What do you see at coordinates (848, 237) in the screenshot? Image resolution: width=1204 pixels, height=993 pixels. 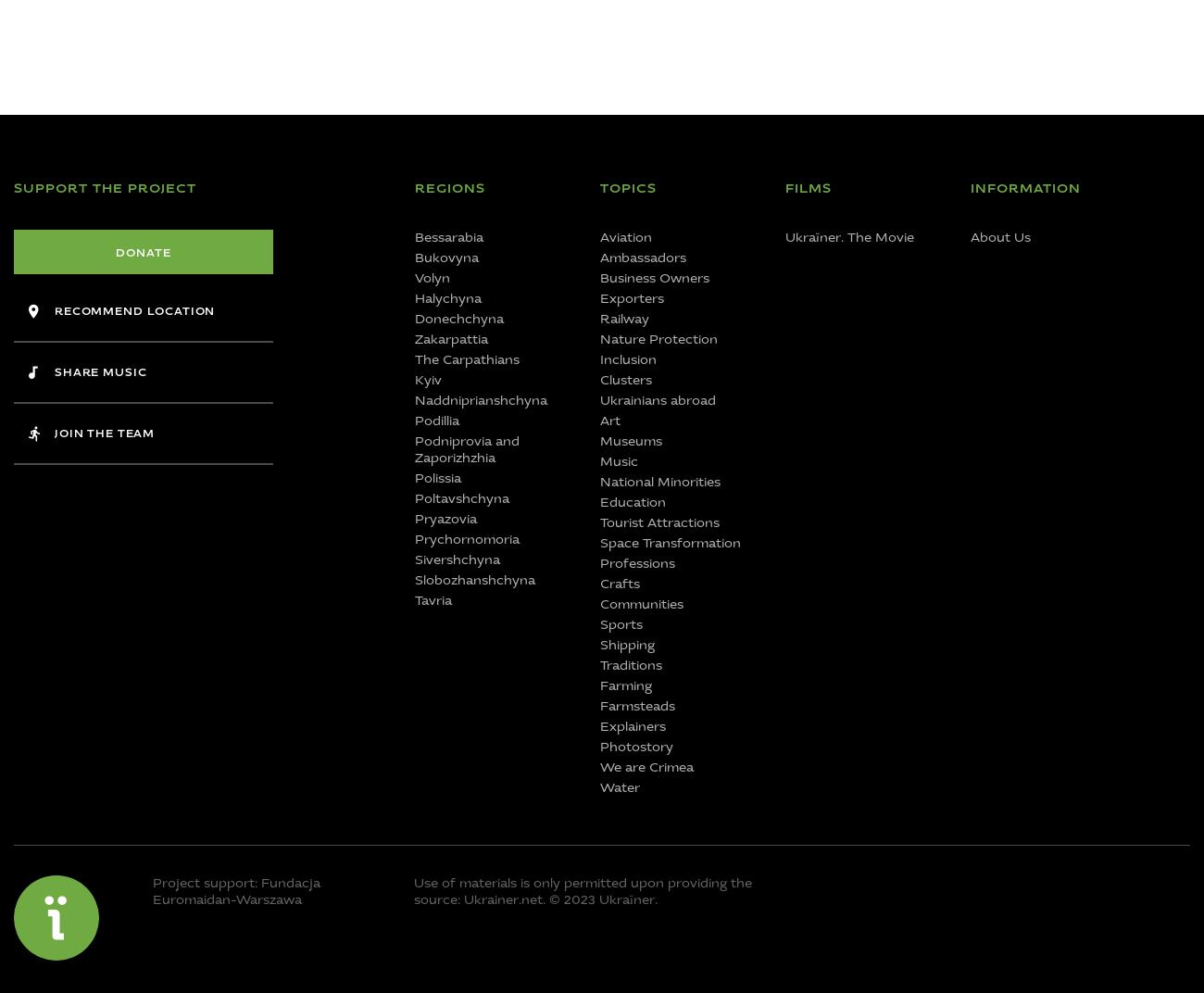 I see `'Ukraїner. The Movie'` at bounding box center [848, 237].